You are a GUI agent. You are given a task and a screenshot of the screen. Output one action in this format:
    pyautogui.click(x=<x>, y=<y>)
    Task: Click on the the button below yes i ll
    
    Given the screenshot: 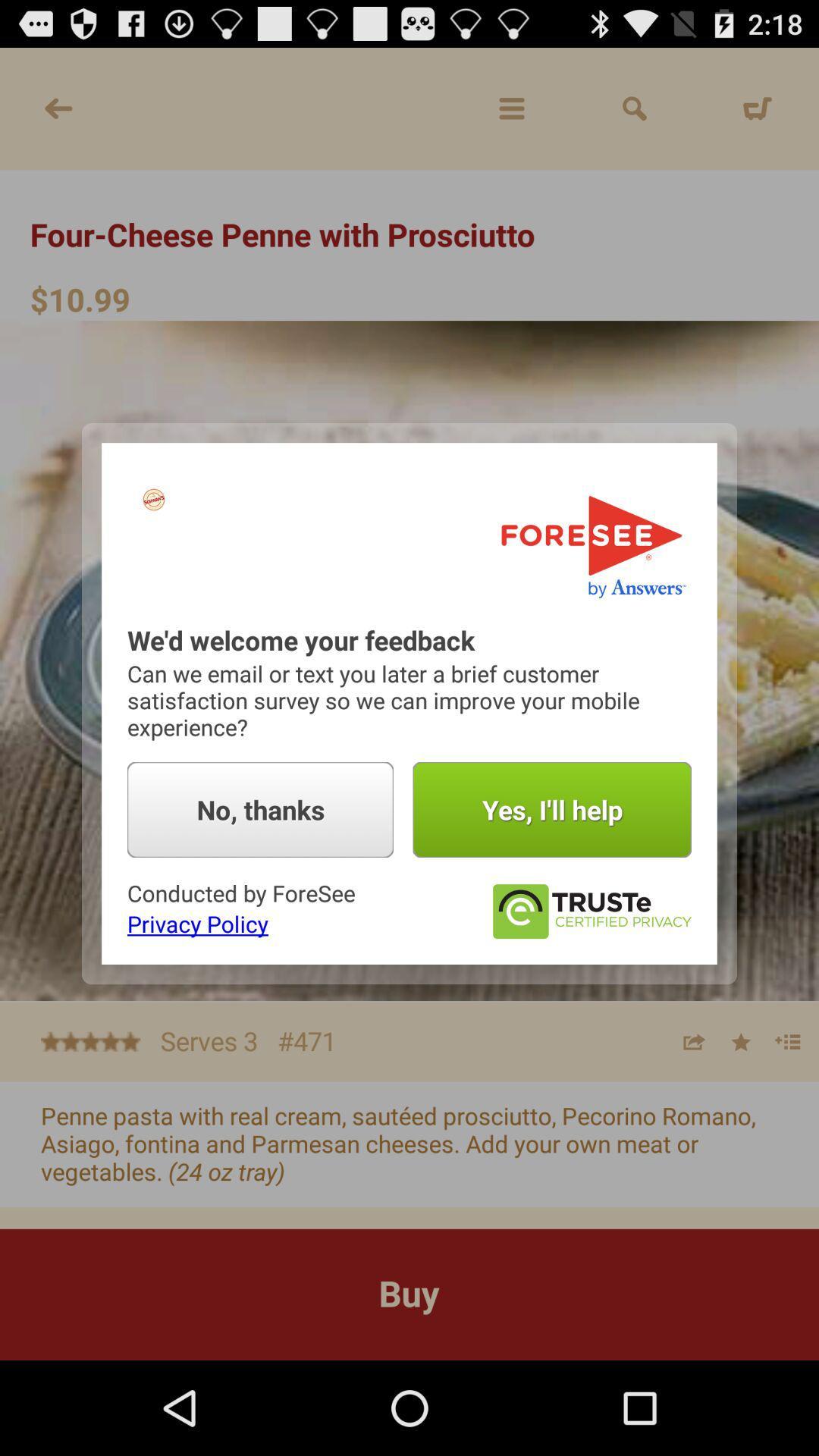 What is the action you would take?
    pyautogui.click(x=590, y=911)
    